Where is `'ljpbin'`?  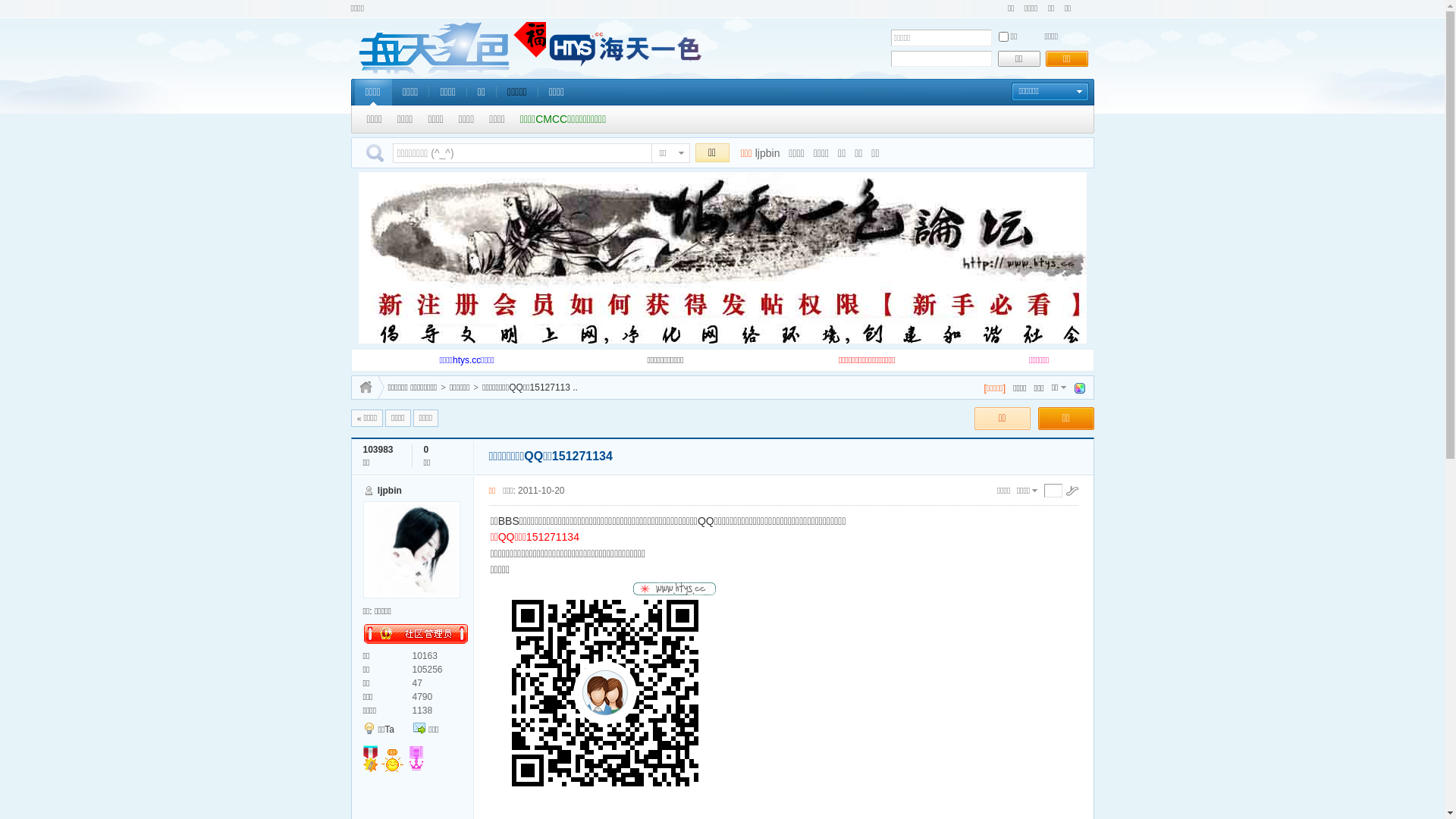 'ljpbin' is located at coordinates (389, 491).